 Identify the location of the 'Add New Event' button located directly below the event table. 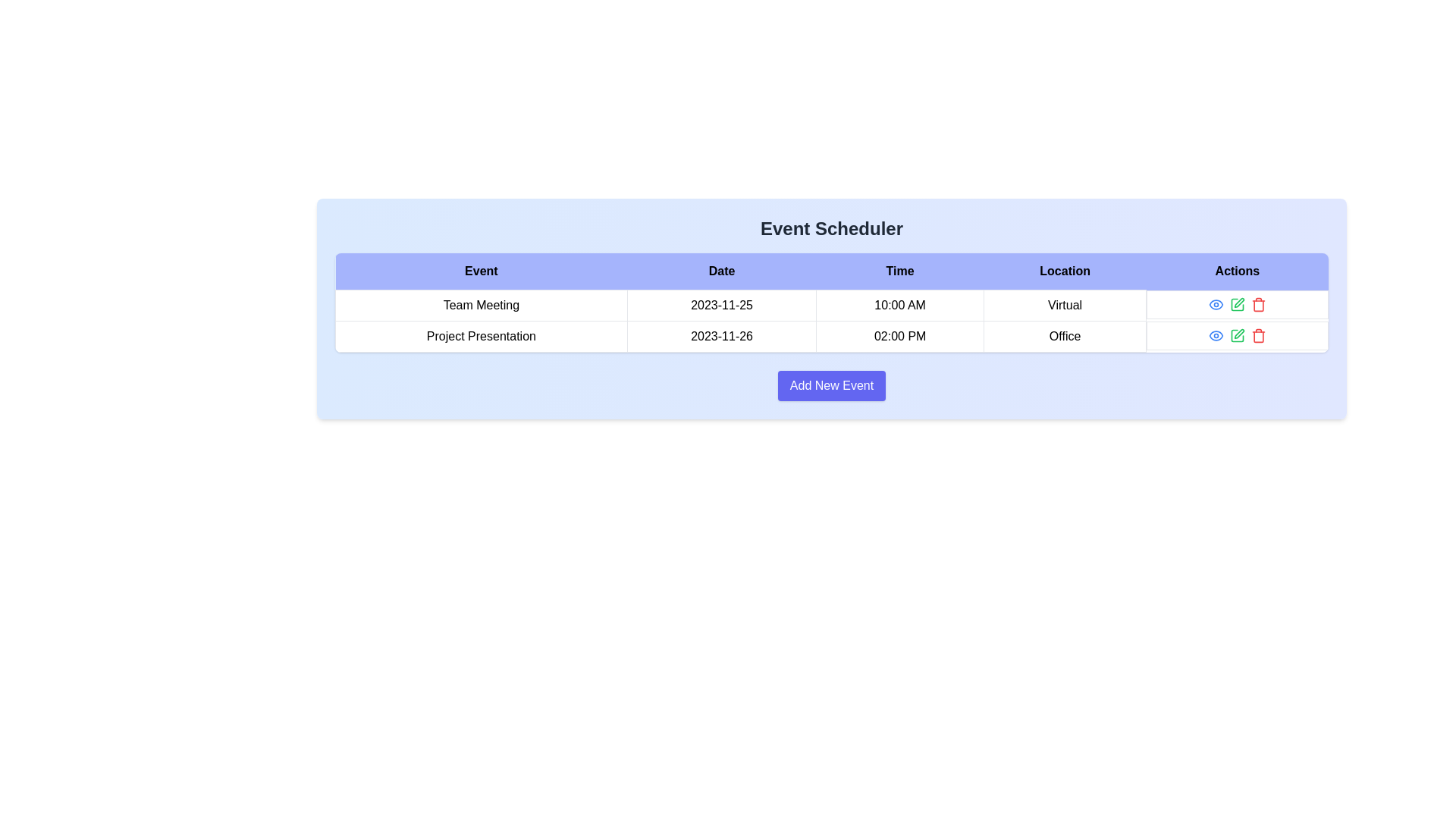
(831, 385).